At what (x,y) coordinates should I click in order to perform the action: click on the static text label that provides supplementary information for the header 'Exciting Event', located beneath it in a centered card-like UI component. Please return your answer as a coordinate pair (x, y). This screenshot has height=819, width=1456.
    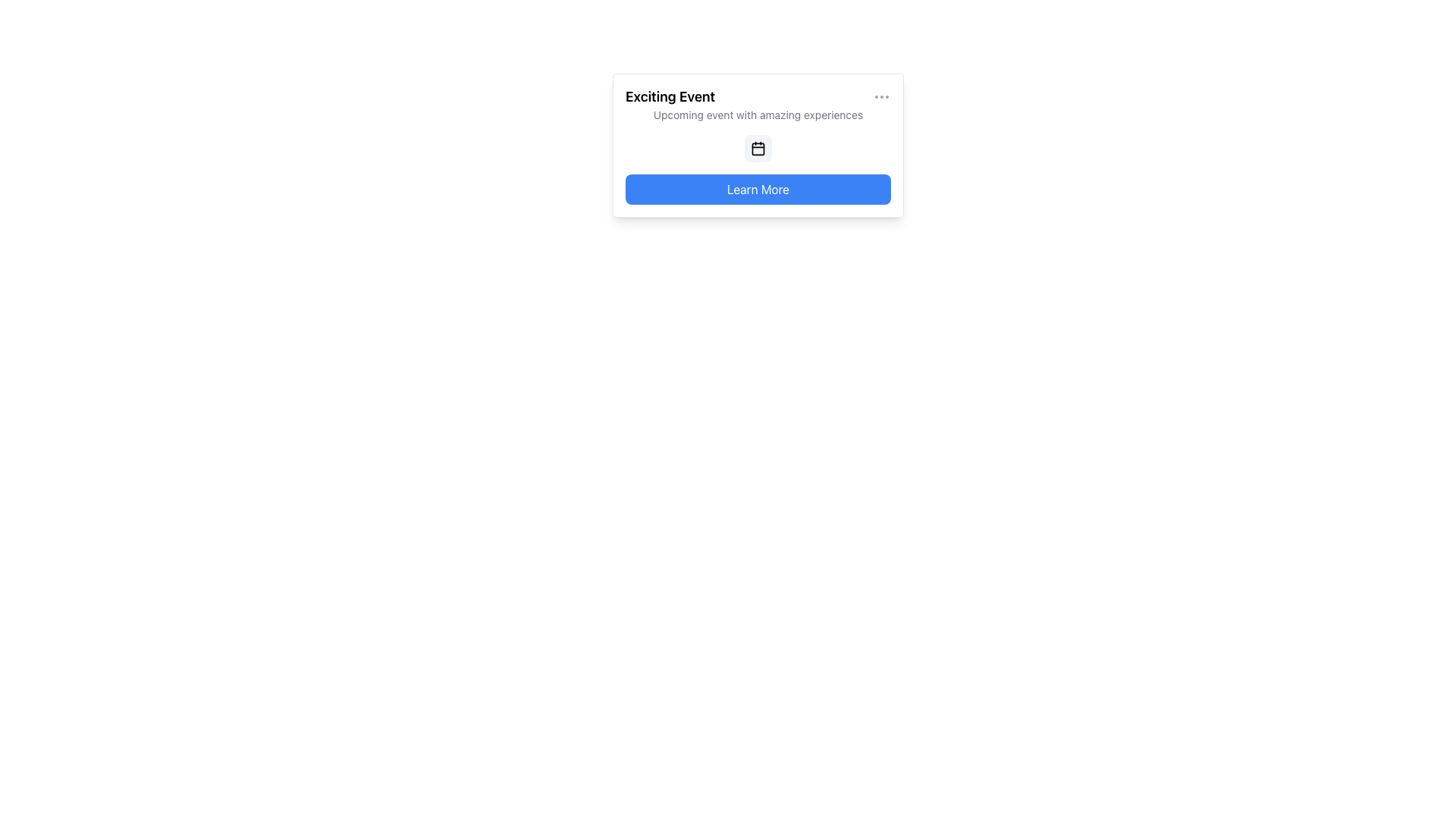
    Looking at the image, I should click on (758, 114).